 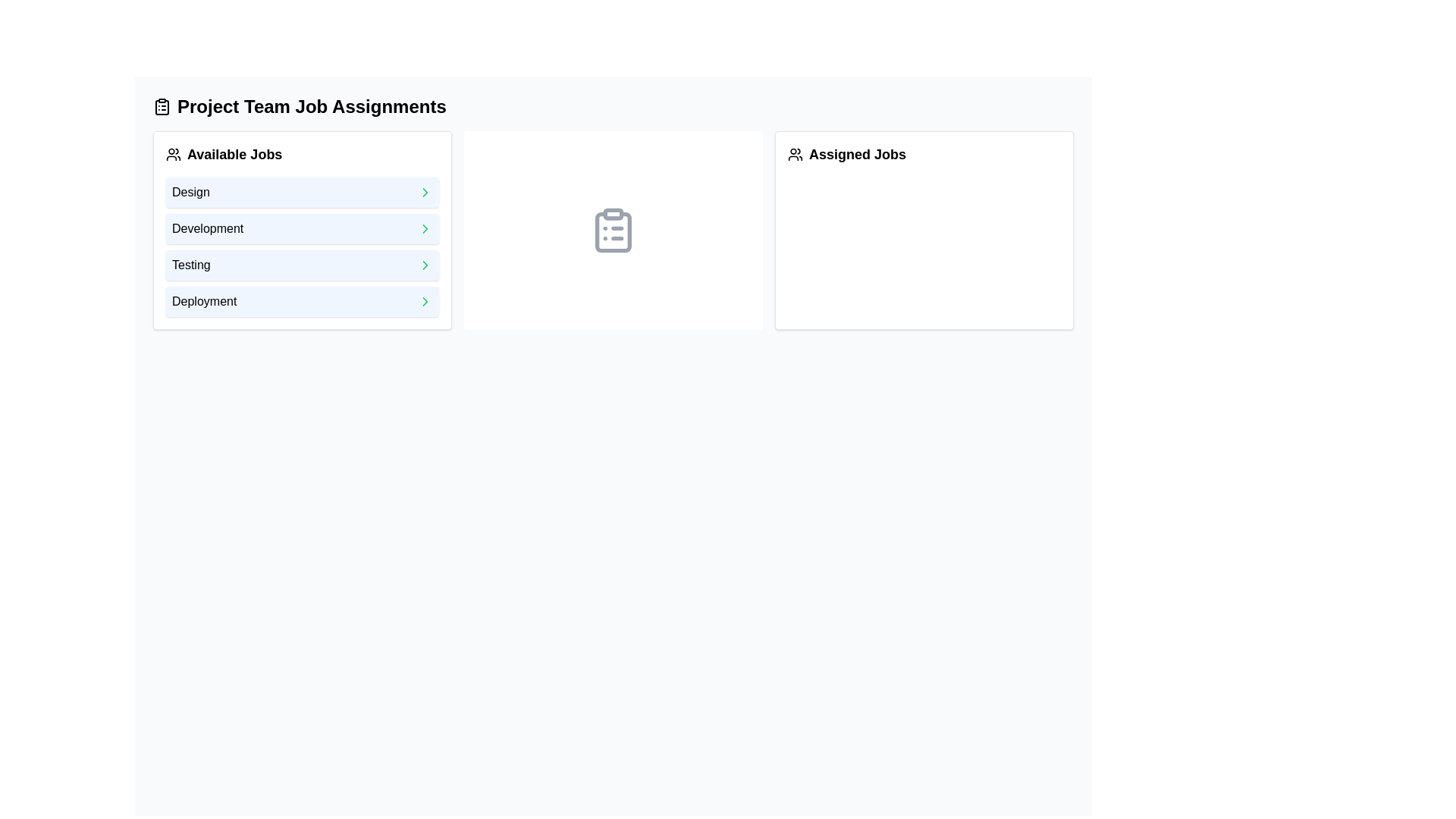 I want to click on the second item in the vertically-arranged list under the 'Available Jobs' section, so click(x=302, y=228).